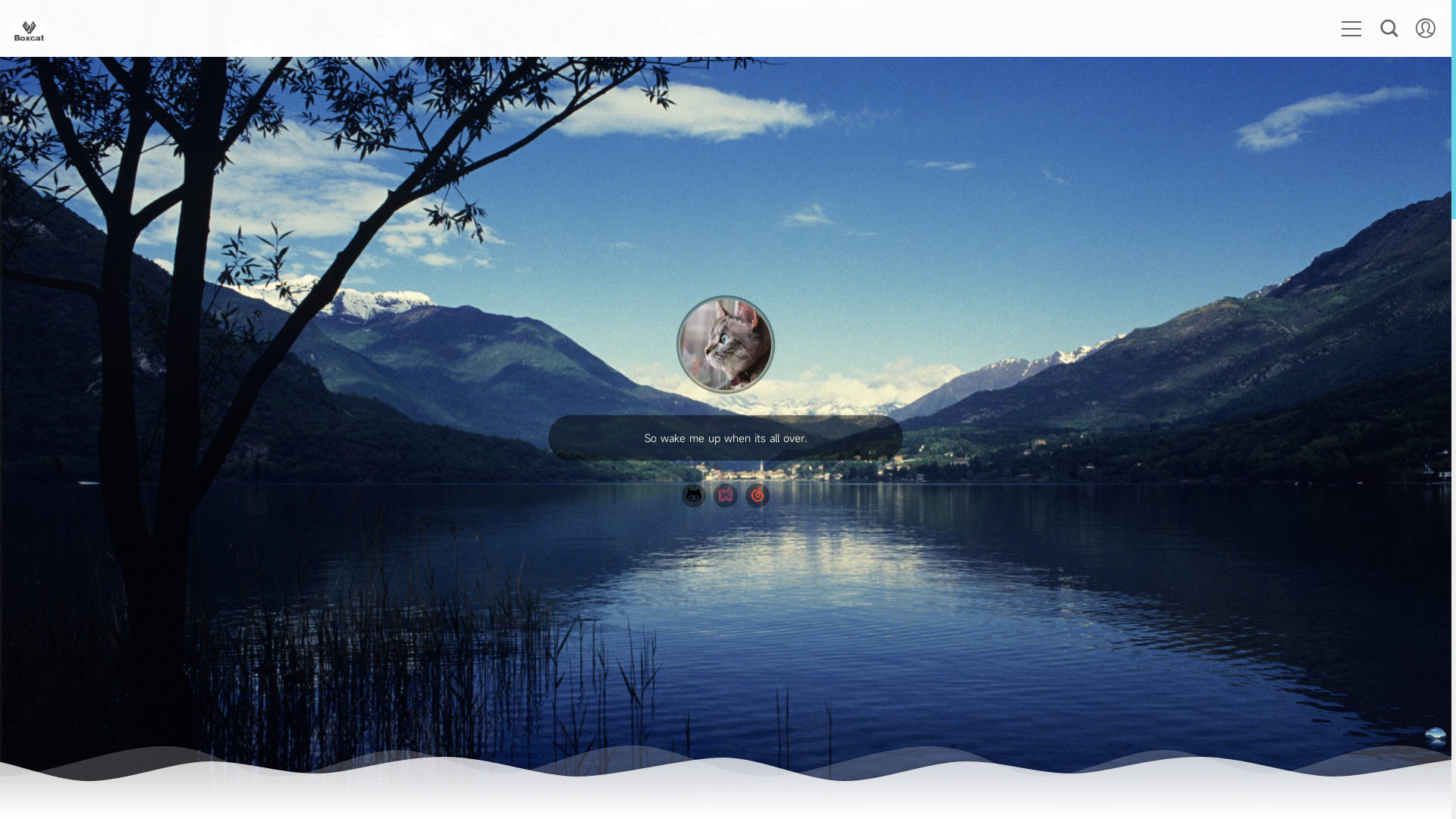  What do you see at coordinates (724, 494) in the screenshot?
I see `'bilibili'` at bounding box center [724, 494].